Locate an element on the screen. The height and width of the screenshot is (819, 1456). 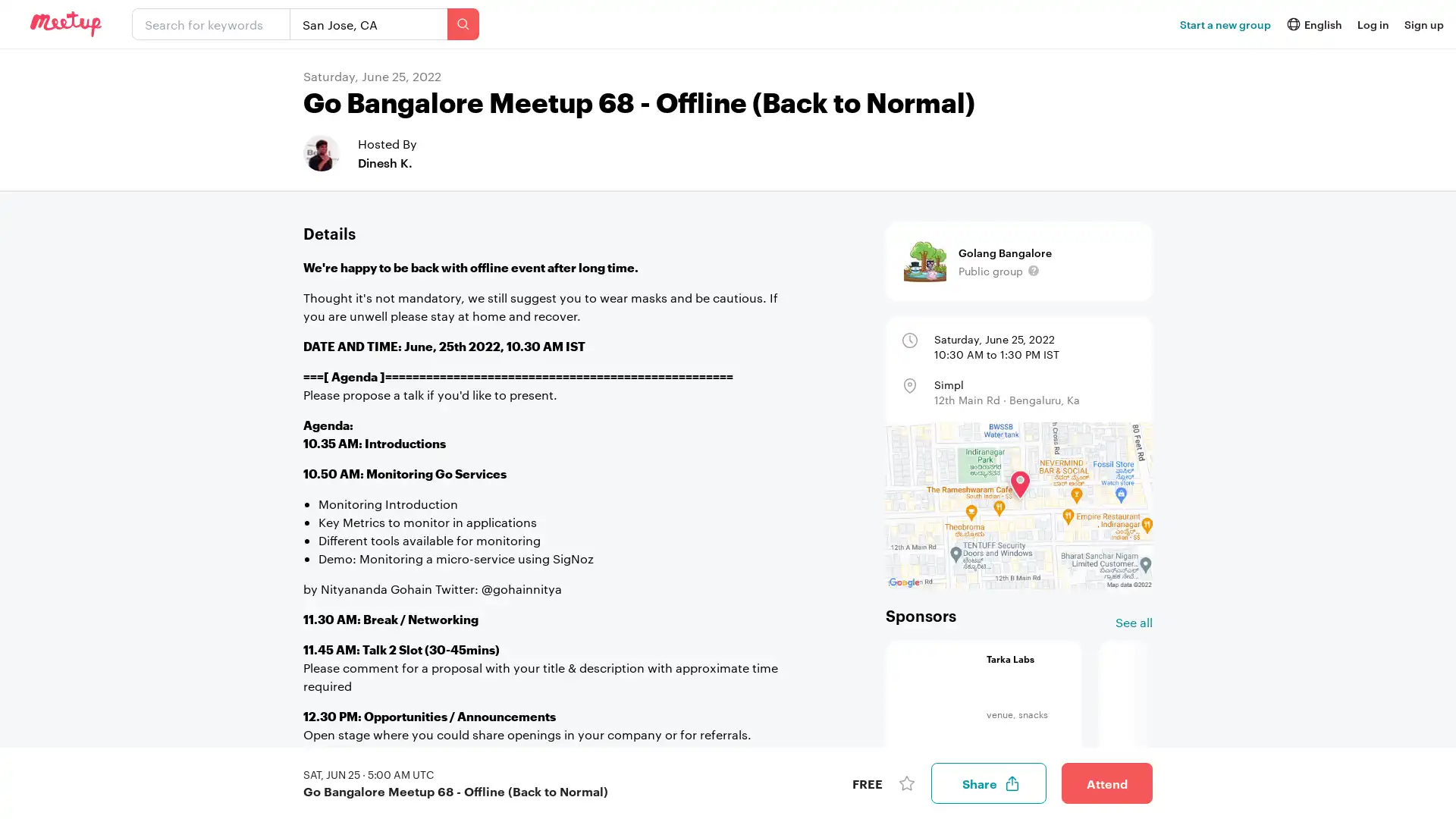
This groups content, including its members and event details, are visible to the public. is located at coordinates (1033, 270).